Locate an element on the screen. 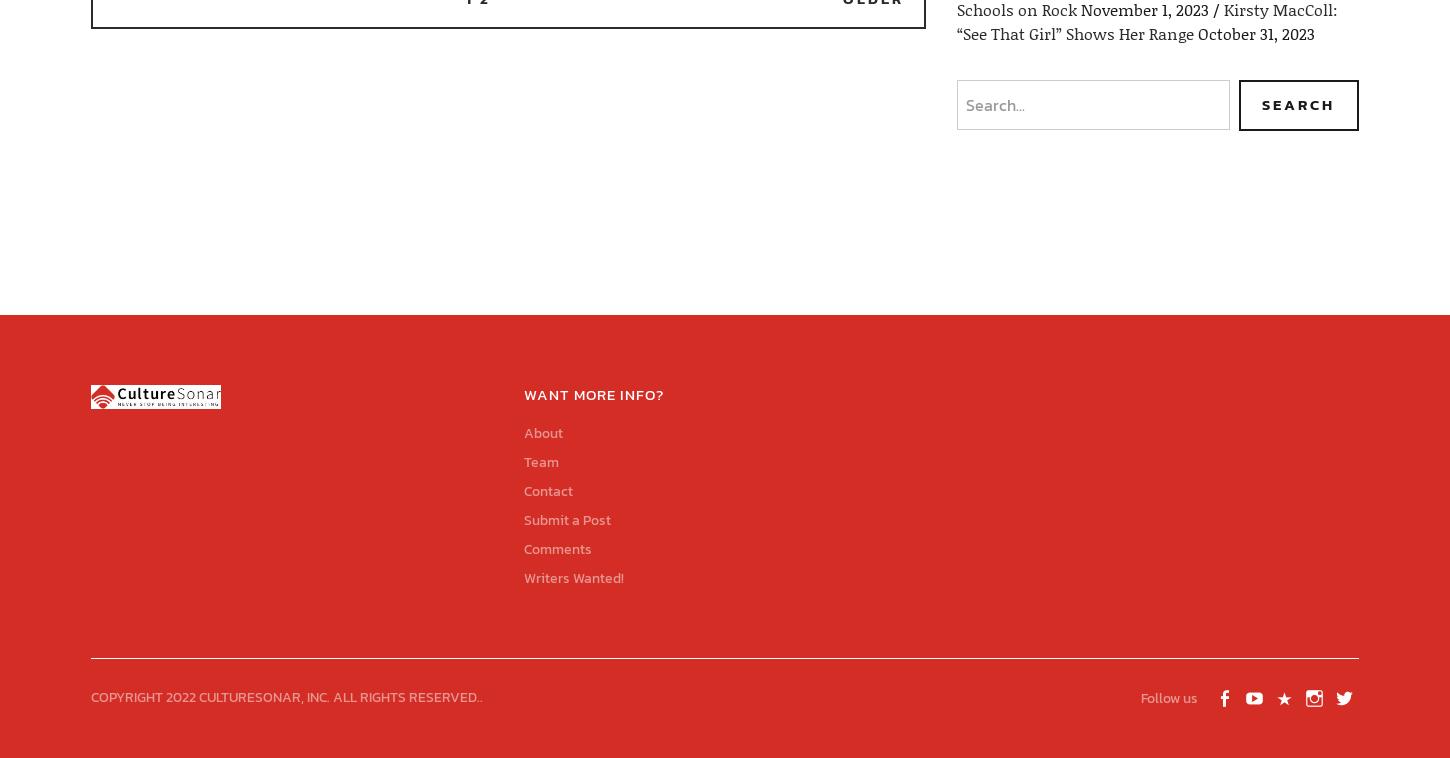 The height and width of the screenshot is (758, 1450). 'Team' is located at coordinates (540, 460).